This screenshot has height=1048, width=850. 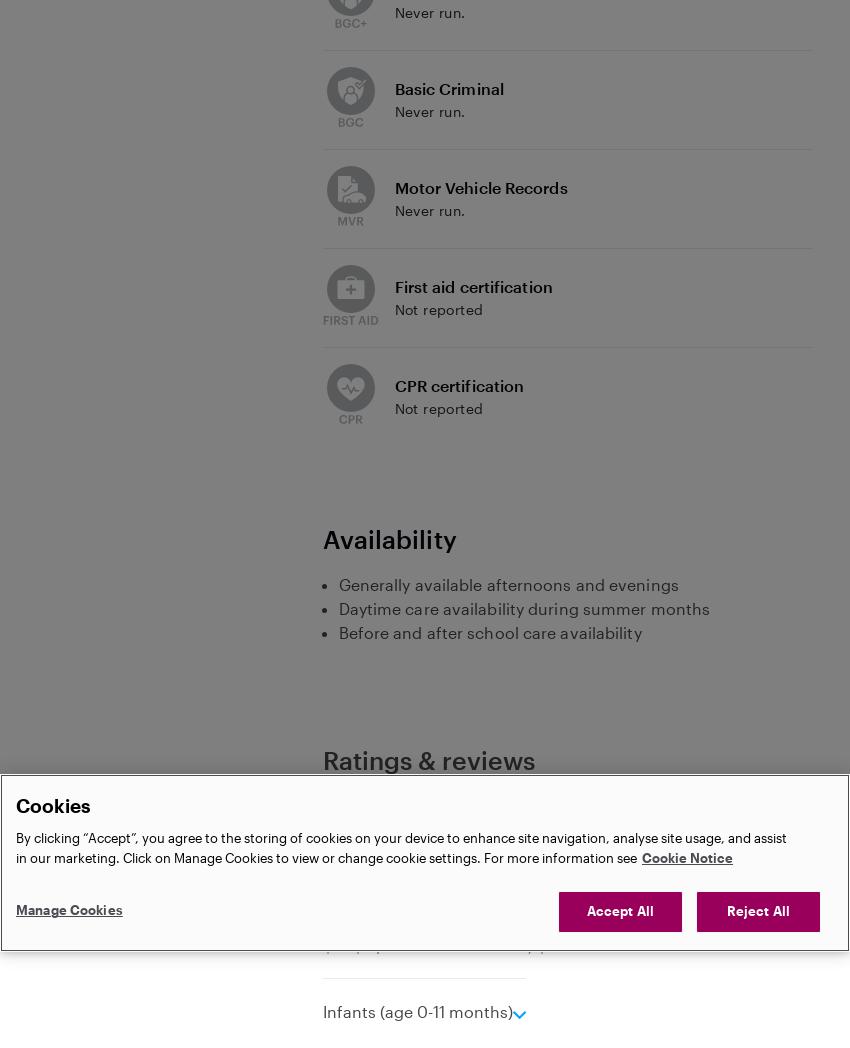 I want to click on 'Generally available afternoons and evenings', so click(x=507, y=583).